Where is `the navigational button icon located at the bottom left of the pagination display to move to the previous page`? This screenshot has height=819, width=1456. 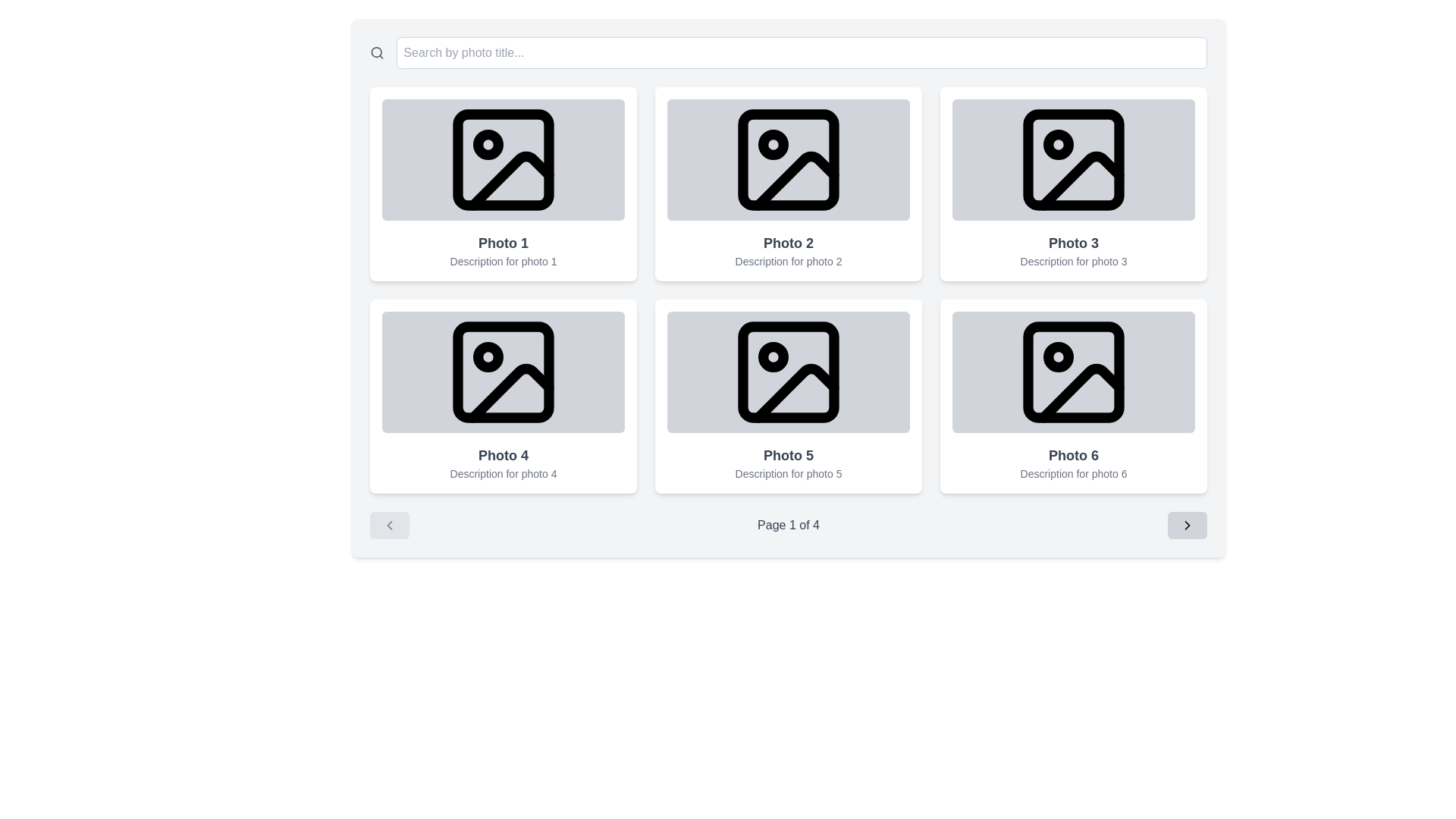 the navigational button icon located at the bottom left of the pagination display to move to the previous page is located at coordinates (389, 525).